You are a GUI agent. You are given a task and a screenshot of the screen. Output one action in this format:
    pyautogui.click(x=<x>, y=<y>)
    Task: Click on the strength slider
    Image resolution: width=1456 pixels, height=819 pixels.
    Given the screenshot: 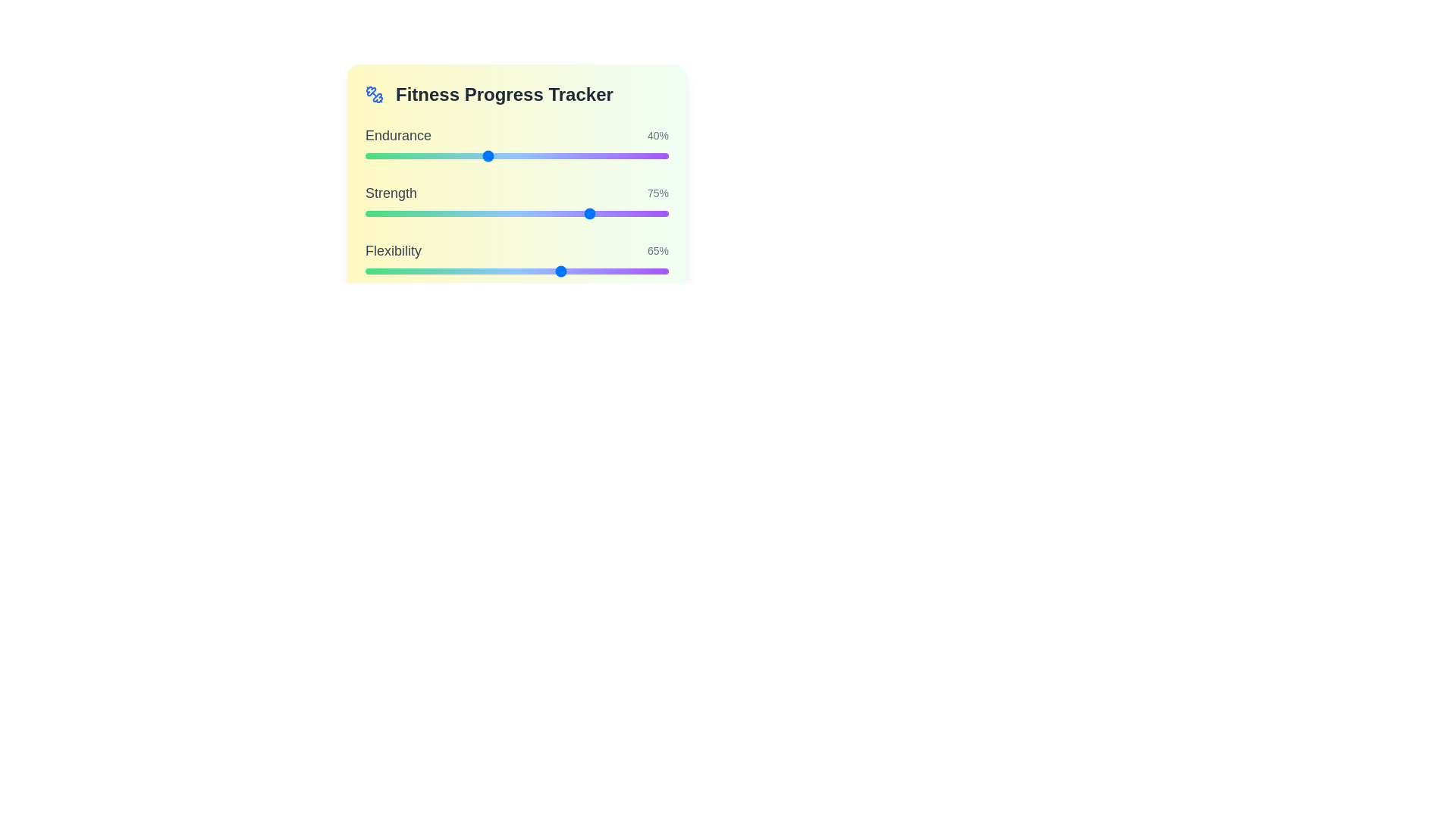 What is the action you would take?
    pyautogui.click(x=598, y=213)
    